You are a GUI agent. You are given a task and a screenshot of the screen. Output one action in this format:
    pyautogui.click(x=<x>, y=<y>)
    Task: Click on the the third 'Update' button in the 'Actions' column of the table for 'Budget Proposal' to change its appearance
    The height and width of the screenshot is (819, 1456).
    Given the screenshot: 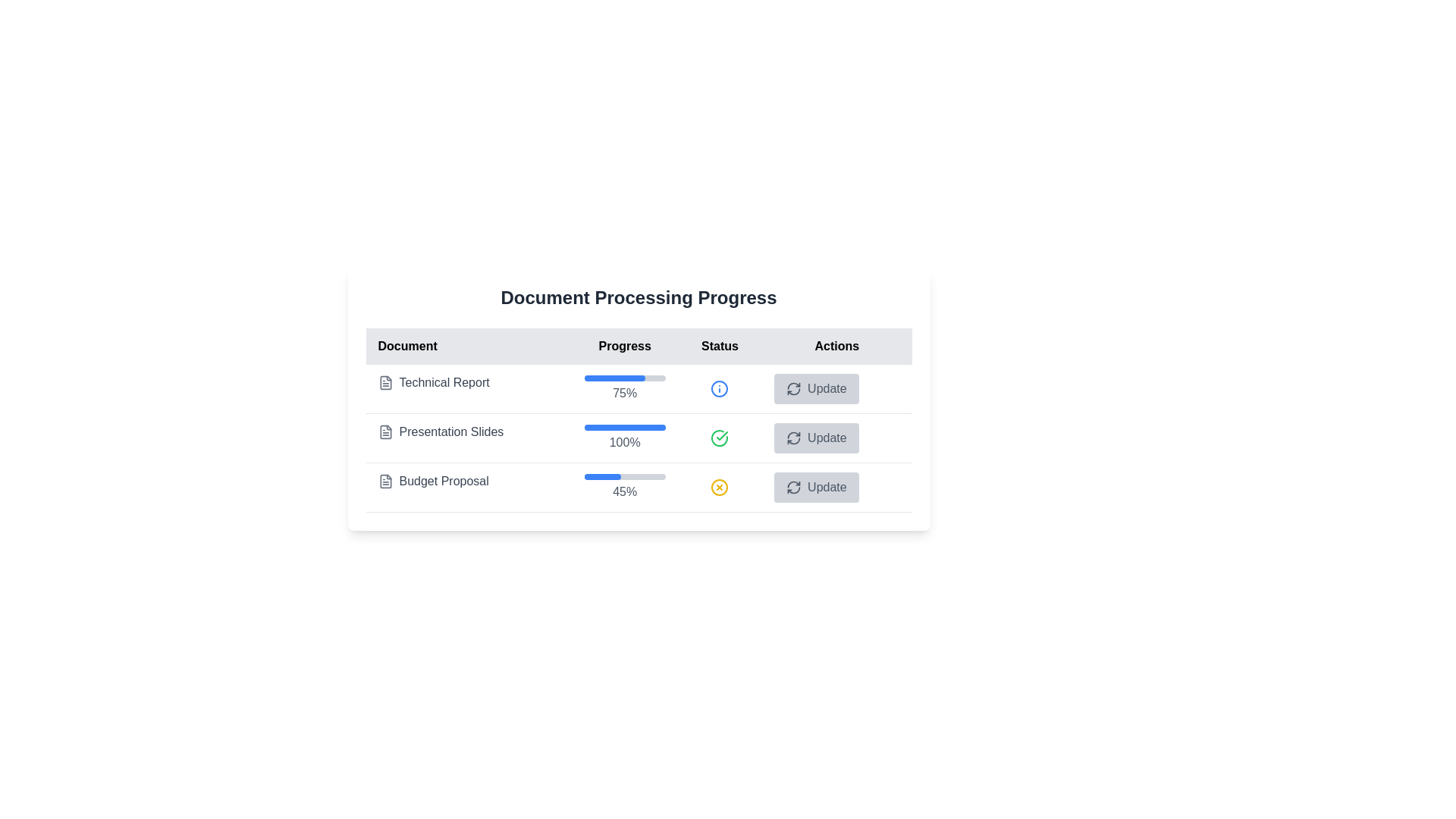 What is the action you would take?
    pyautogui.click(x=815, y=488)
    